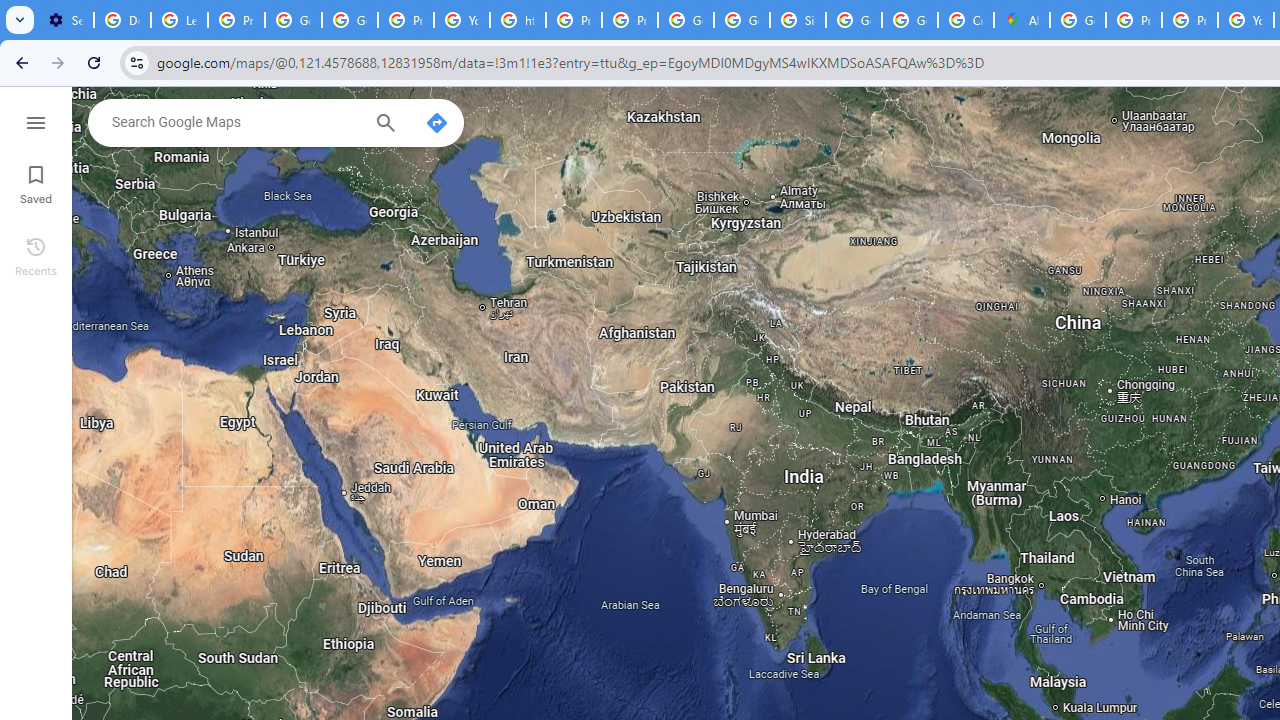 This screenshot has height=720, width=1280. I want to click on 'Recents', so click(35, 253).